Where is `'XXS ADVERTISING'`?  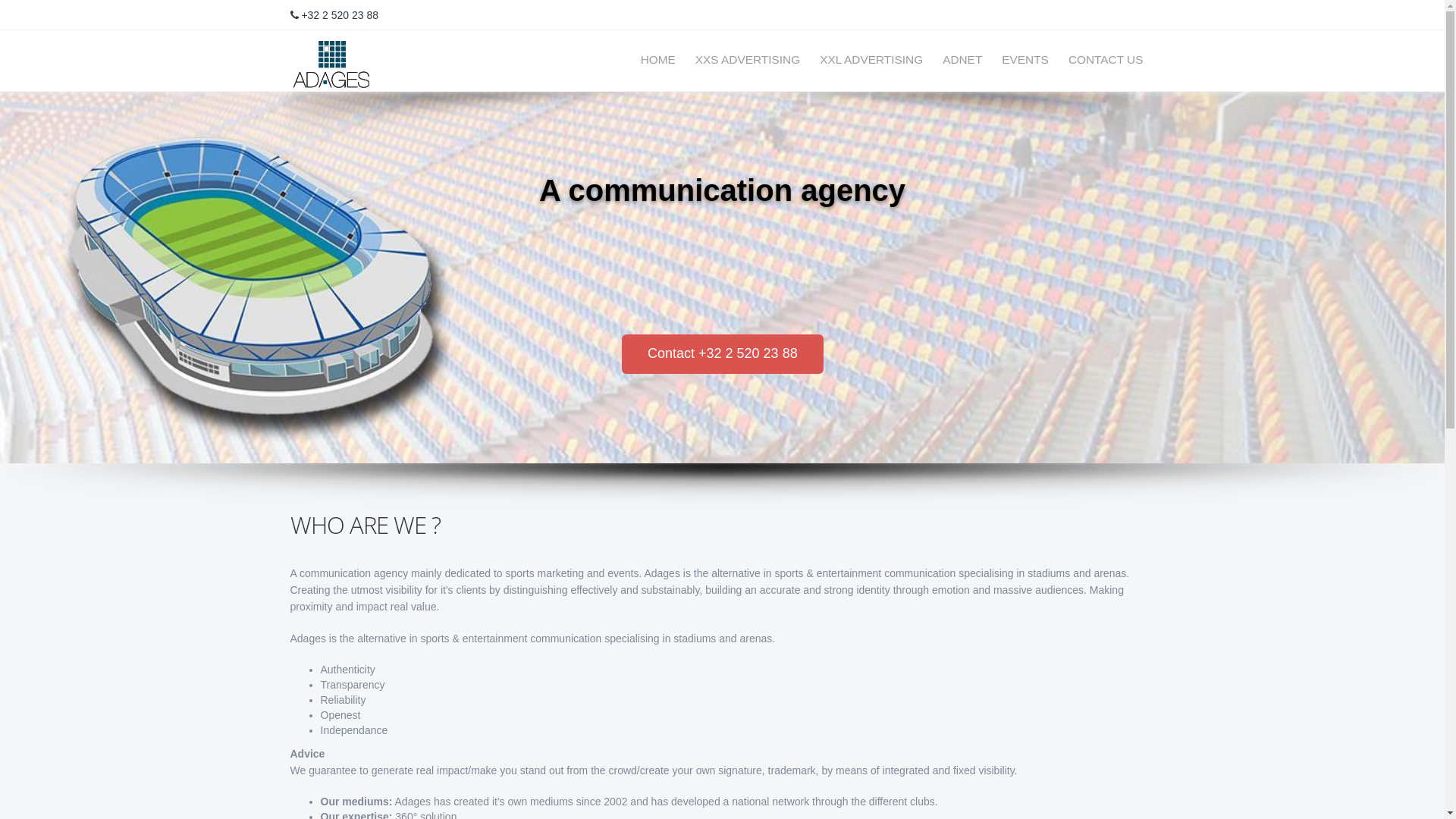
'XXS ADVERTISING' is located at coordinates (683, 58).